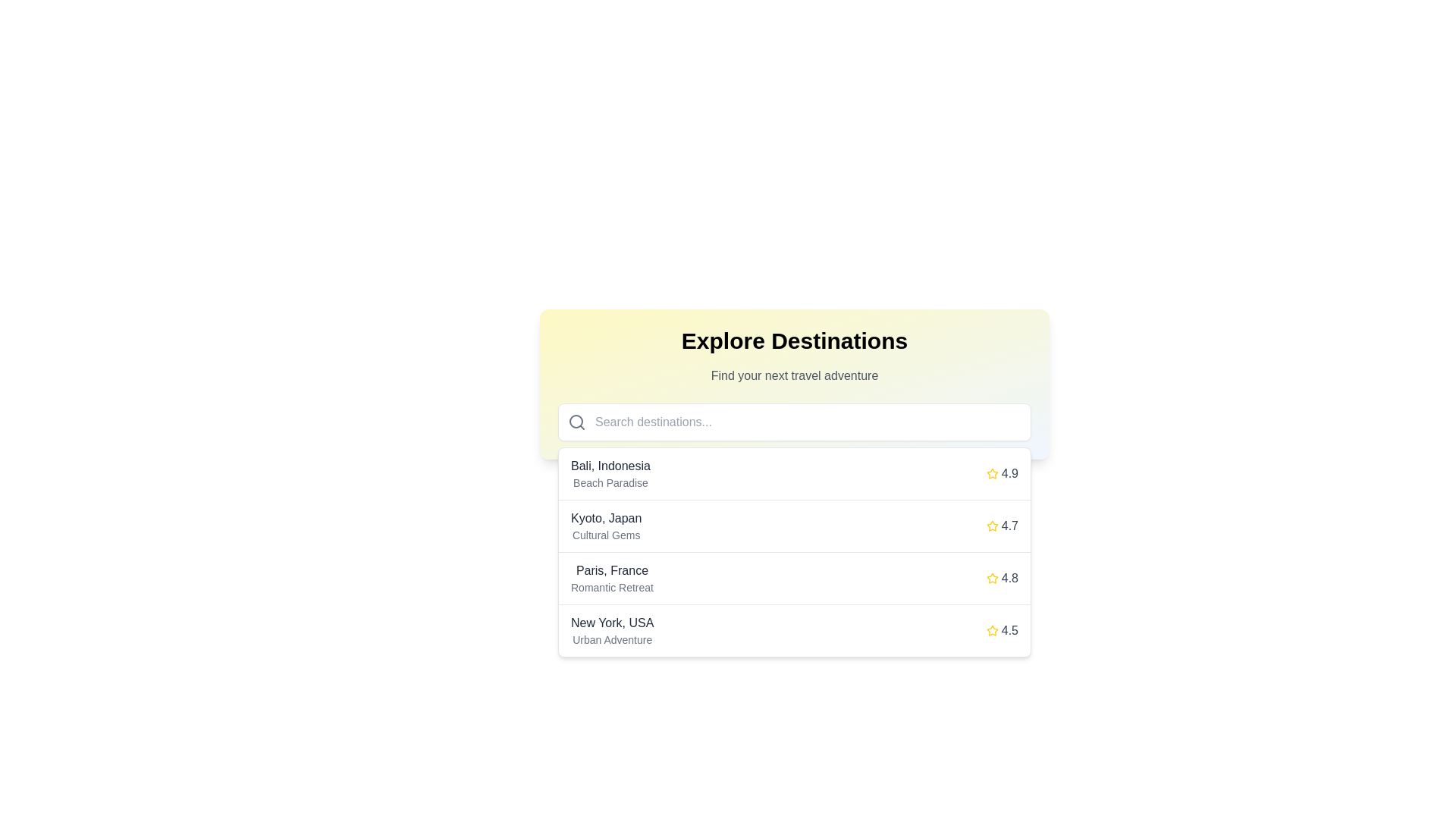 This screenshot has width=1456, height=819. I want to click on text displayed in the Label element that shows 'Urban Adventure', which is in a small gray font and located below 'New York, USA', so click(612, 640).